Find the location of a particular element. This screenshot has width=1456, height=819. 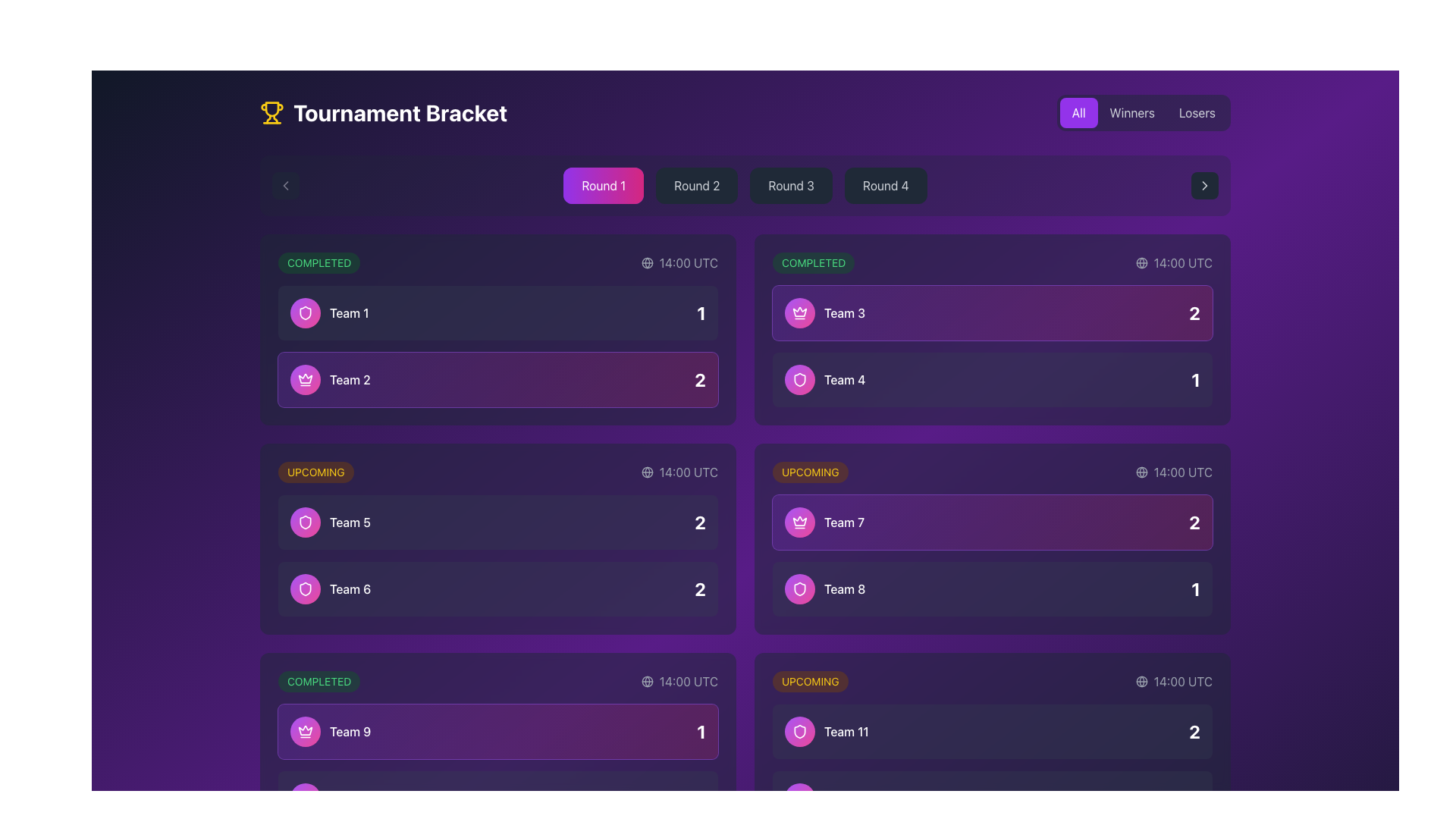

the chevron icon located on the right side of the horizontal panel containing filter options, which serves as a navigation trigger is located at coordinates (1203, 185).